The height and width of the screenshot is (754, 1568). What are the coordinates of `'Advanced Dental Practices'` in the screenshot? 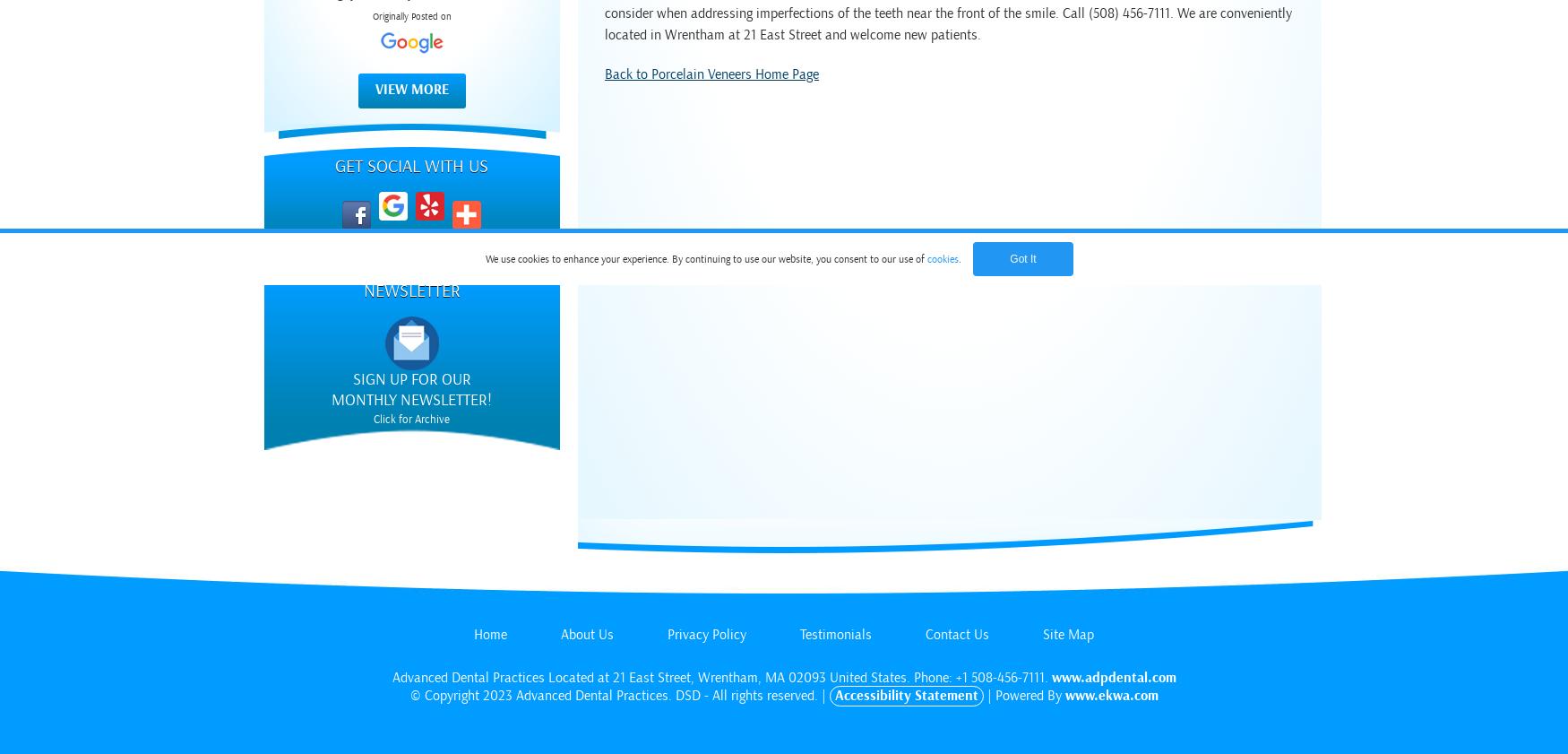 It's located at (467, 677).